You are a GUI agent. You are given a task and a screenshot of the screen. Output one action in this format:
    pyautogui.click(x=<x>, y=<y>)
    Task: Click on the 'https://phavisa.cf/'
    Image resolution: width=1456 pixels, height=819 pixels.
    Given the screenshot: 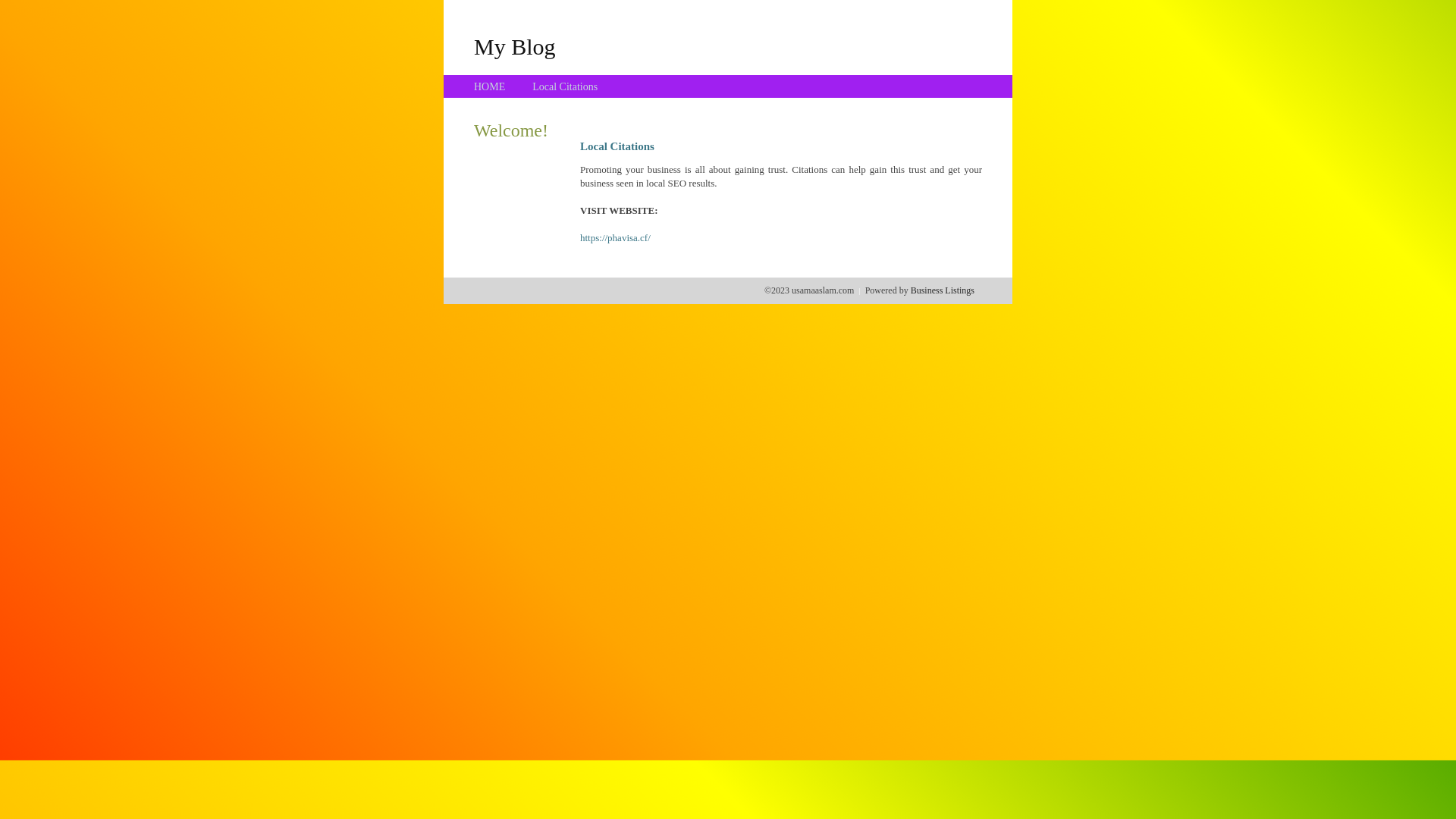 What is the action you would take?
    pyautogui.click(x=615, y=237)
    